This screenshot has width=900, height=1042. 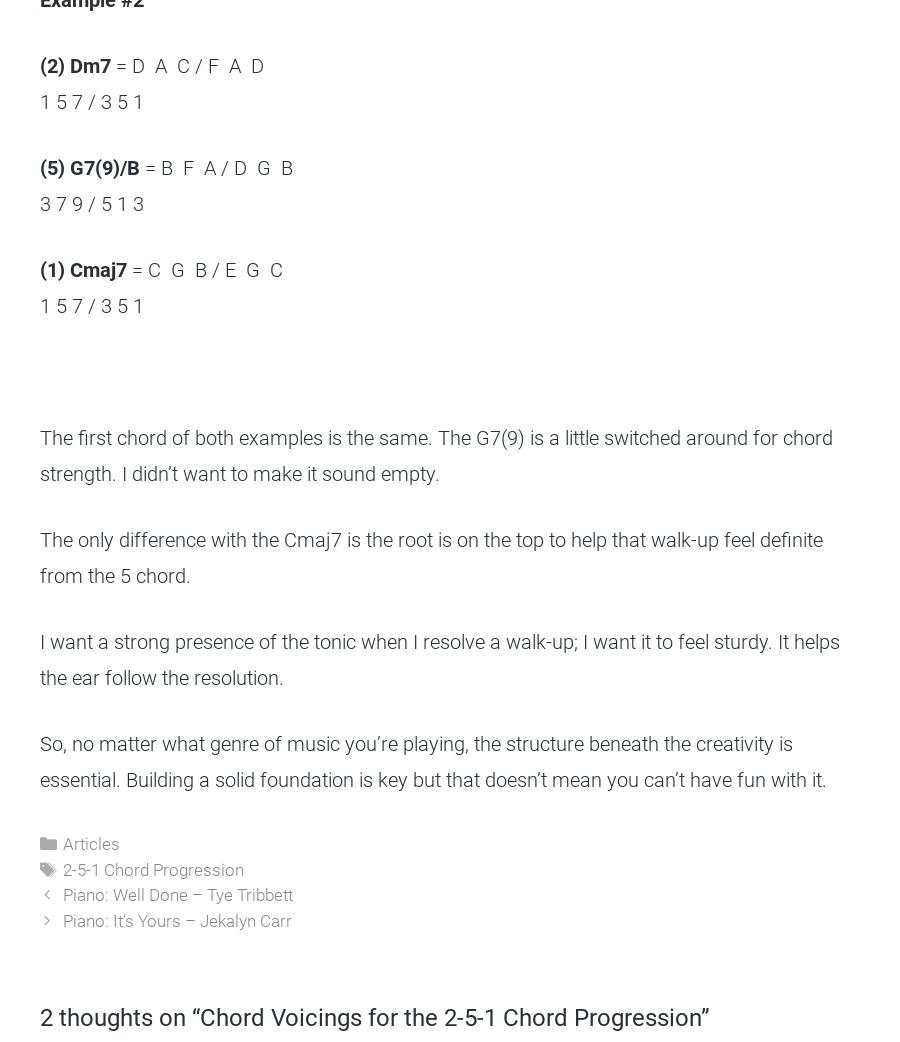 What do you see at coordinates (216, 167) in the screenshot?
I see `'= B  F  A / D  G  B'` at bounding box center [216, 167].